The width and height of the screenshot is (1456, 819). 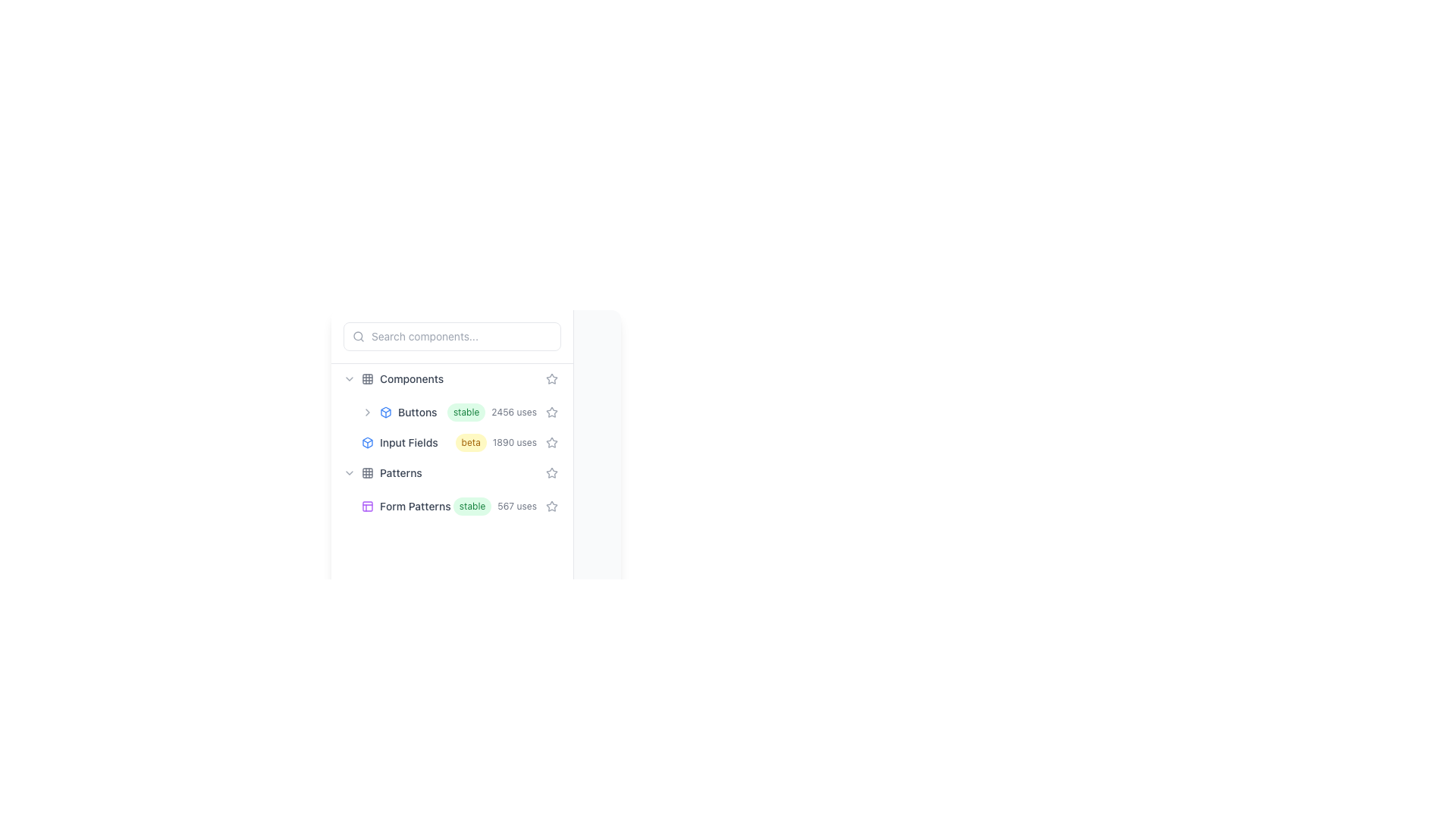 What do you see at coordinates (404, 412) in the screenshot?
I see `the label that serves as a navigation anchor for the 'Buttons' component category, located at the topmost row of its group in the 'Components' section` at bounding box center [404, 412].